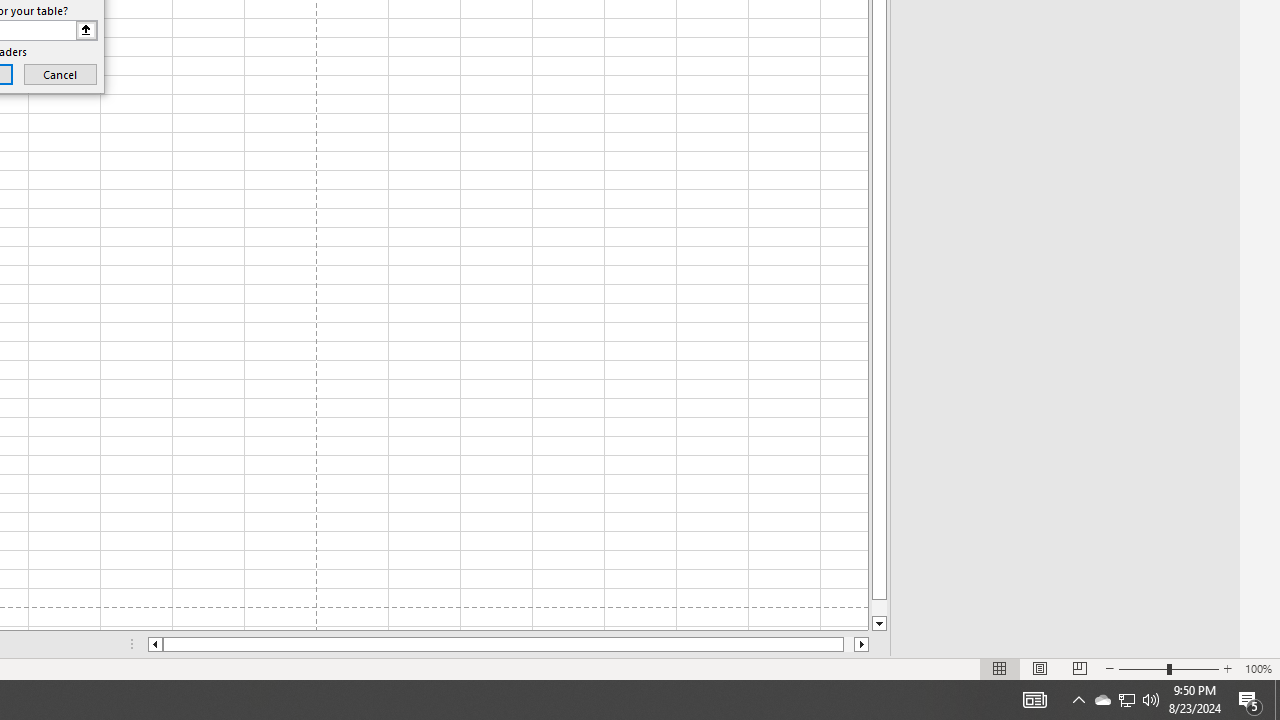 The width and height of the screenshot is (1280, 720). What do you see at coordinates (508, 644) in the screenshot?
I see `'Class: NetUIScrollBar'` at bounding box center [508, 644].